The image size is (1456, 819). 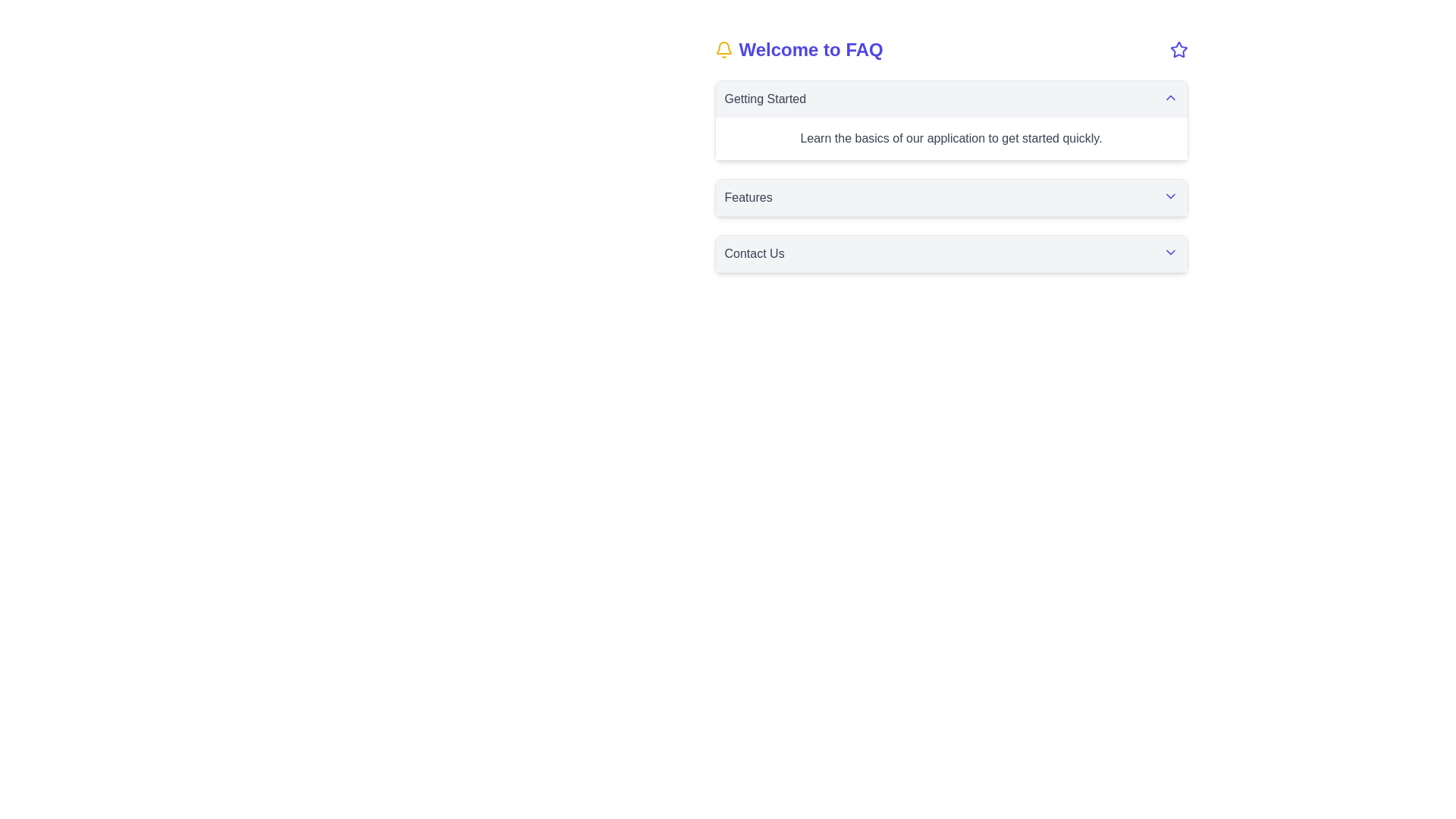 I want to click on the star-shaped icon located at the top-right corner of the header section titled 'Welcome to FAQ' for interaction, so click(x=1178, y=49).